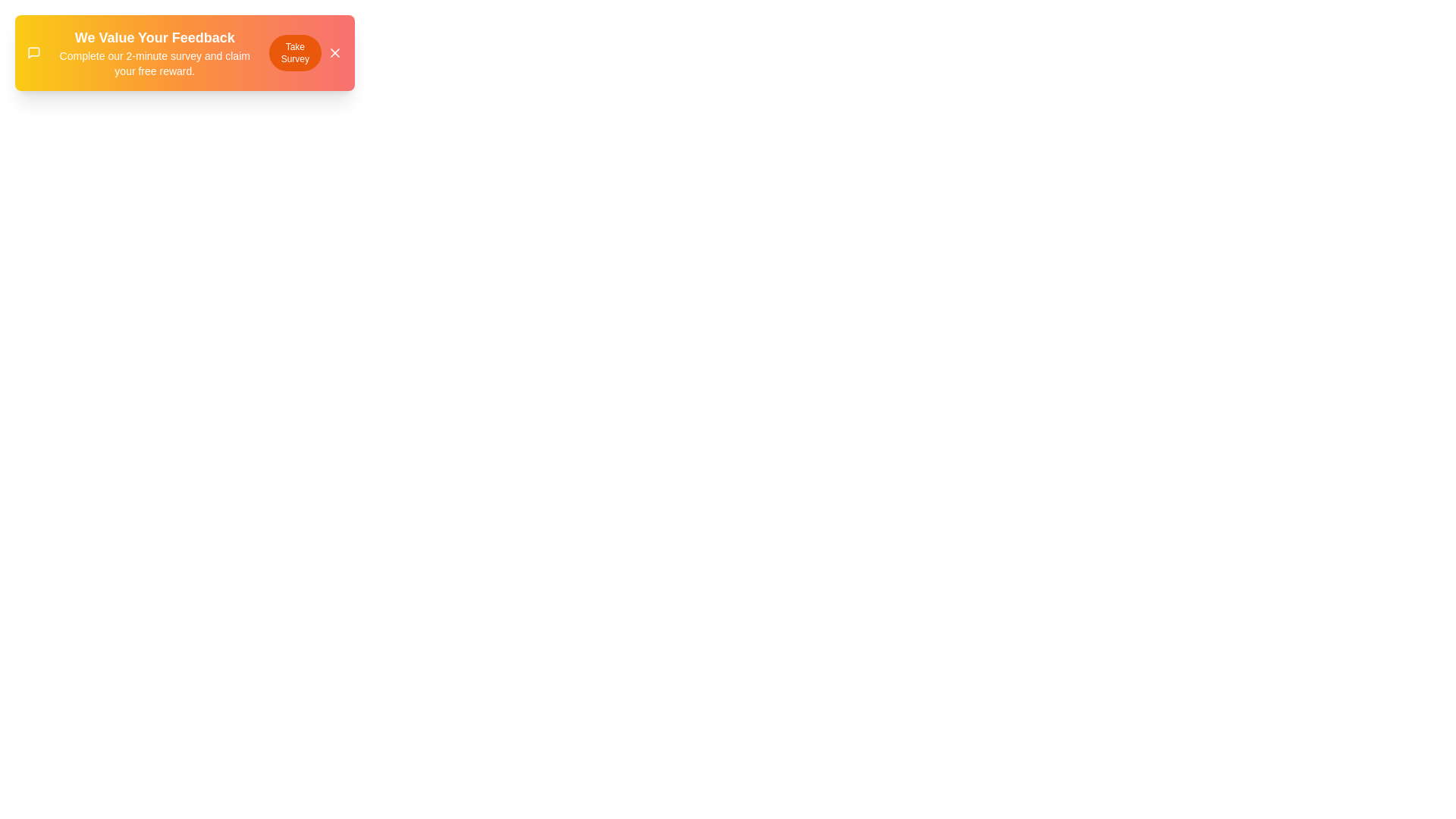 The height and width of the screenshot is (819, 1456). I want to click on the close icon (X) to dismiss the notification, so click(334, 52).